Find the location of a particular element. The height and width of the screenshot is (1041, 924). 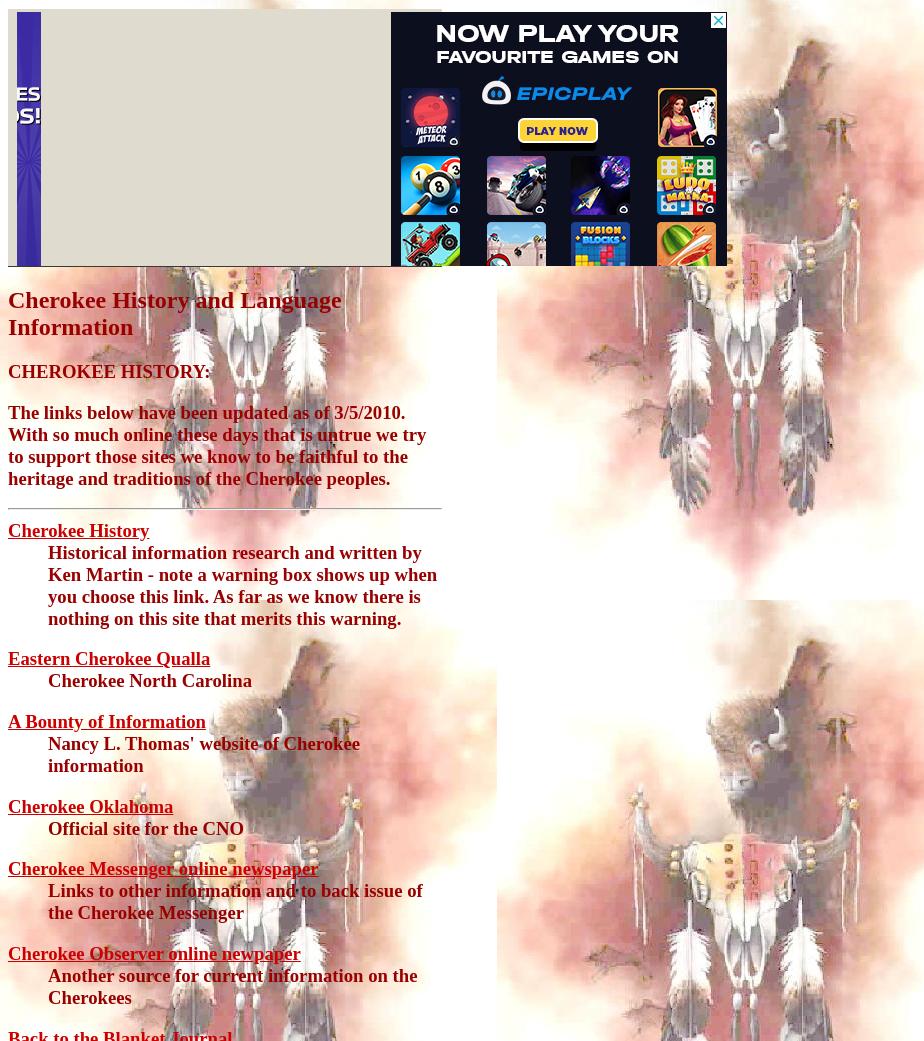

'The links below have been updated as of 3/5/2010.  With so much online these days that is untrue we try to support those sites we know to be faithful to the heritage and traditions of the Cherokee peoples.' is located at coordinates (216, 443).